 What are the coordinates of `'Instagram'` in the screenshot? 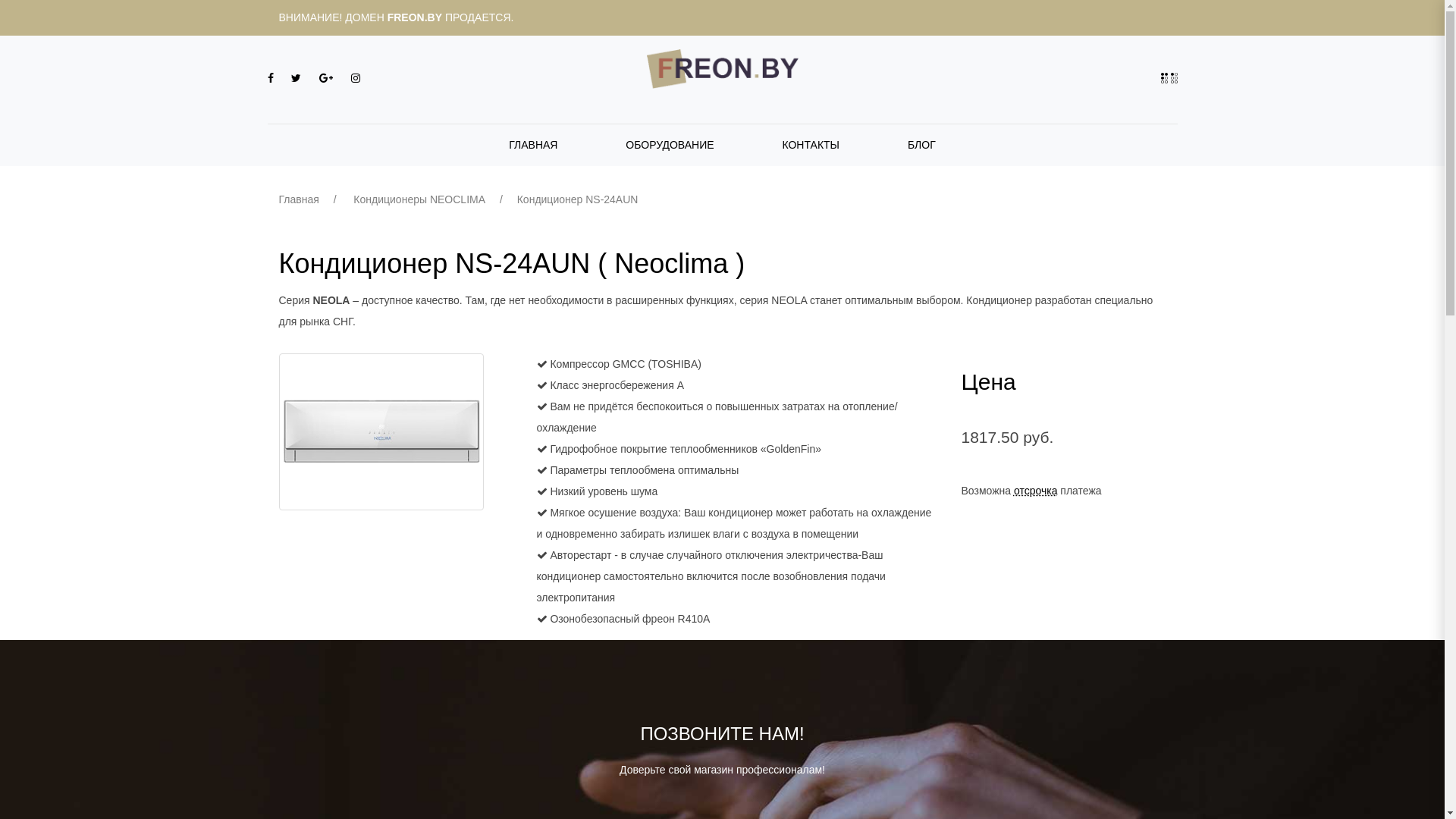 It's located at (355, 78).